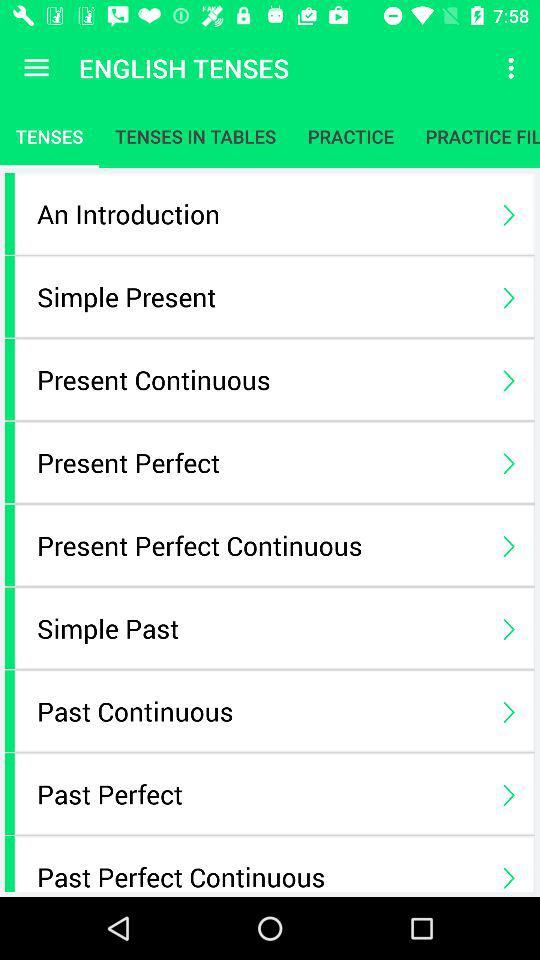 The width and height of the screenshot is (540, 960). I want to click on the simple past, so click(259, 627).